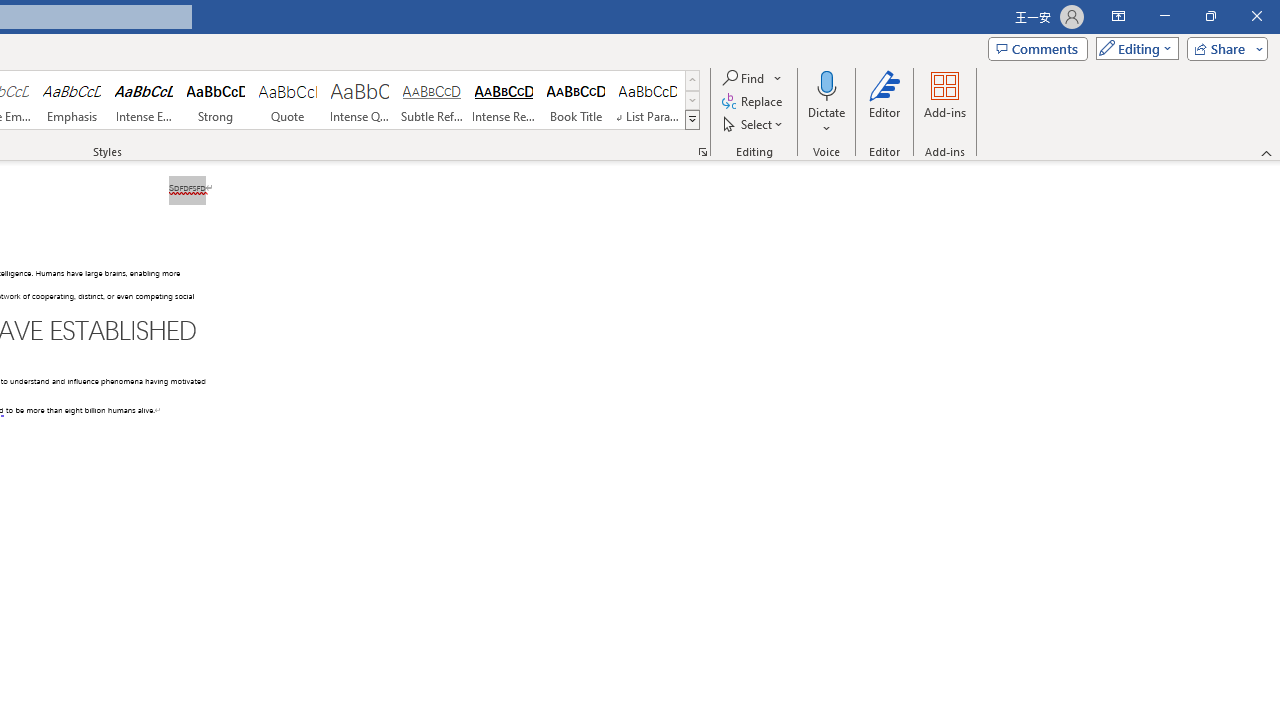 This screenshot has height=720, width=1280. Describe the element at coordinates (743, 77) in the screenshot. I see `'Find'` at that location.